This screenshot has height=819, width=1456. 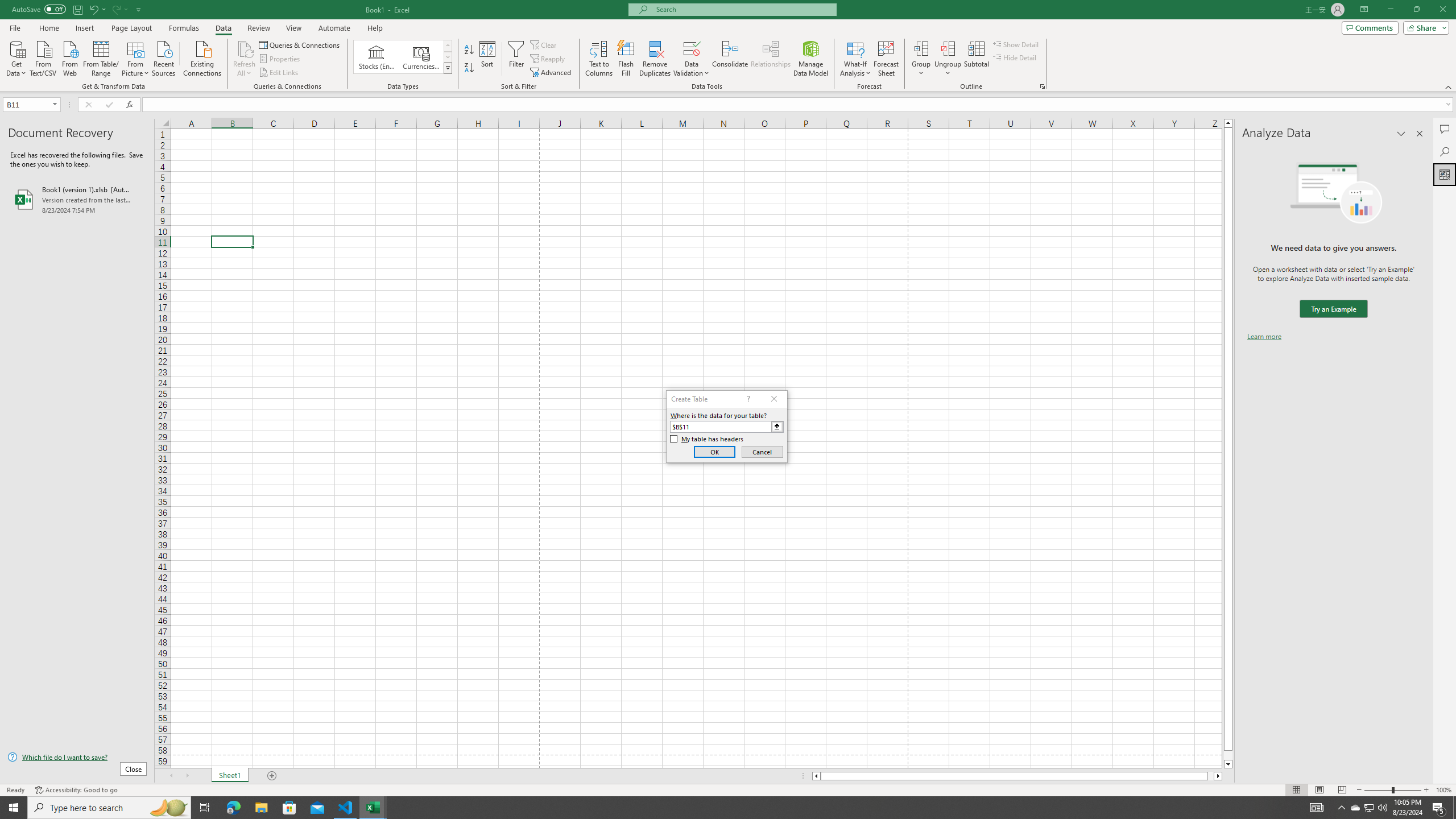 I want to click on 'Page right', so click(x=1210, y=775).